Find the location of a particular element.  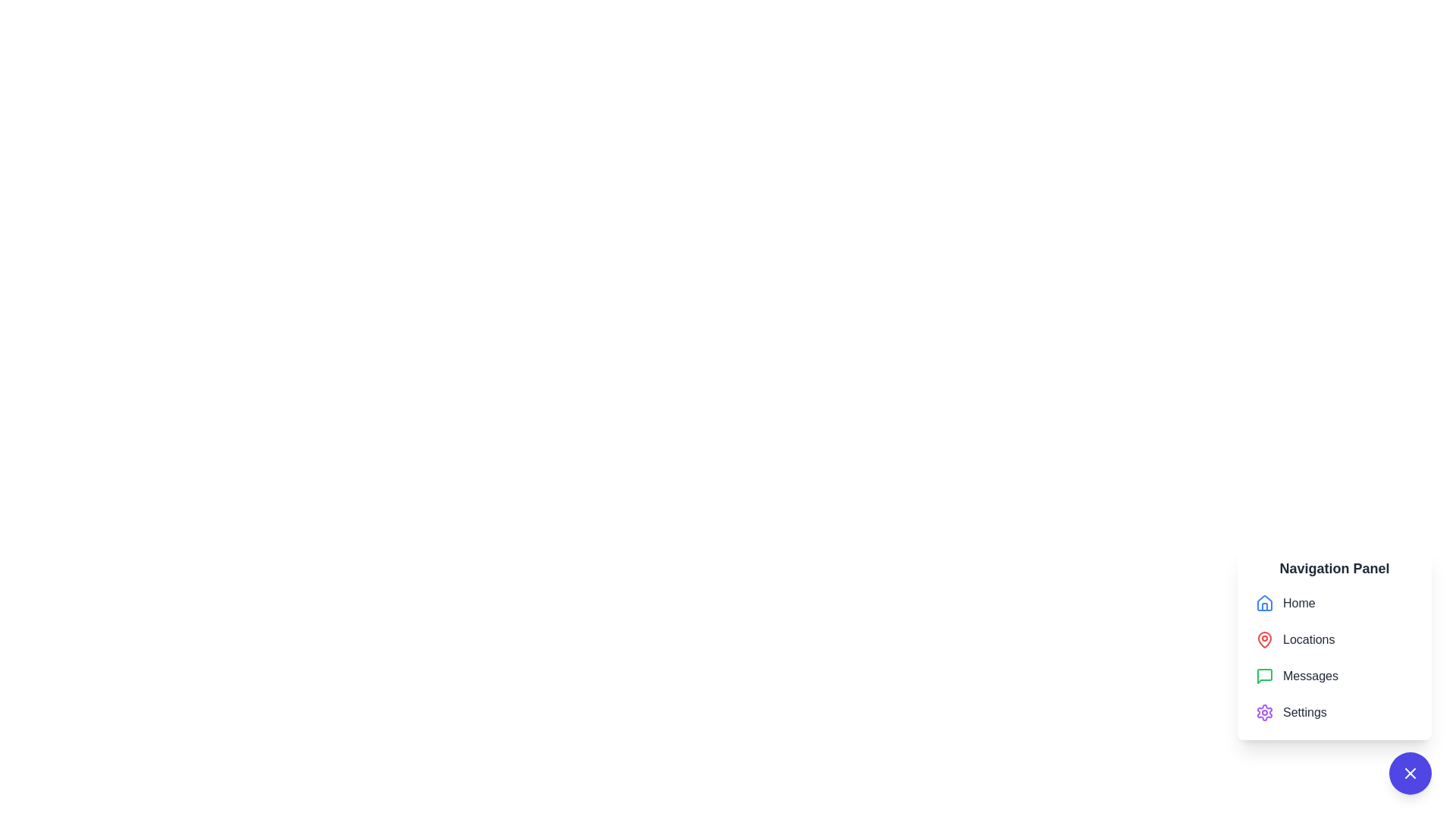

the cogwheel-shaped icon in the bottom-right section of the navigation panel to interpret its graphical meaning is located at coordinates (1265, 713).